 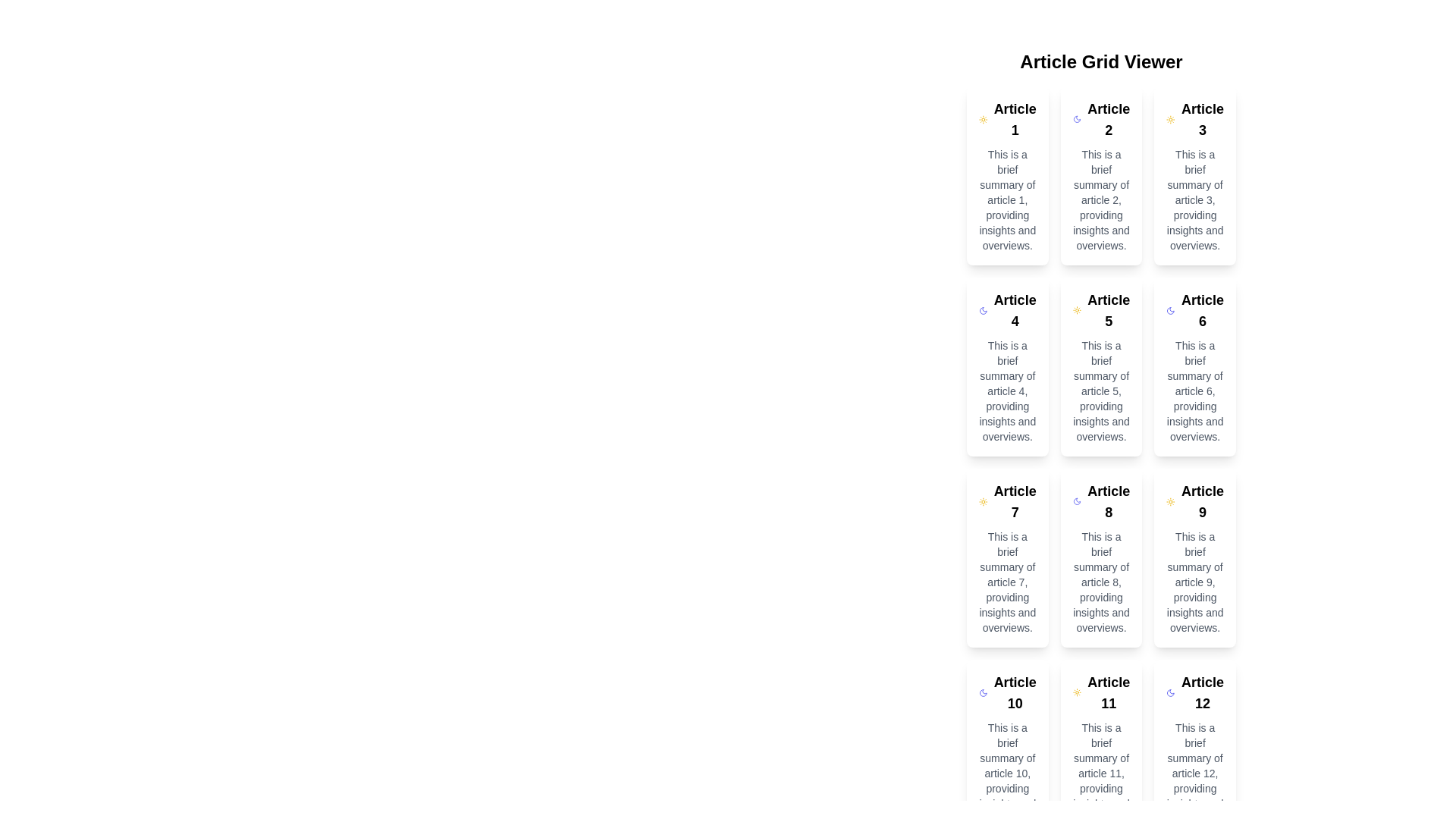 I want to click on the text label that provides a summary of 'Article 5', located in the lower portion of the card, directly below the article title and centrally aligned, so click(x=1101, y=391).